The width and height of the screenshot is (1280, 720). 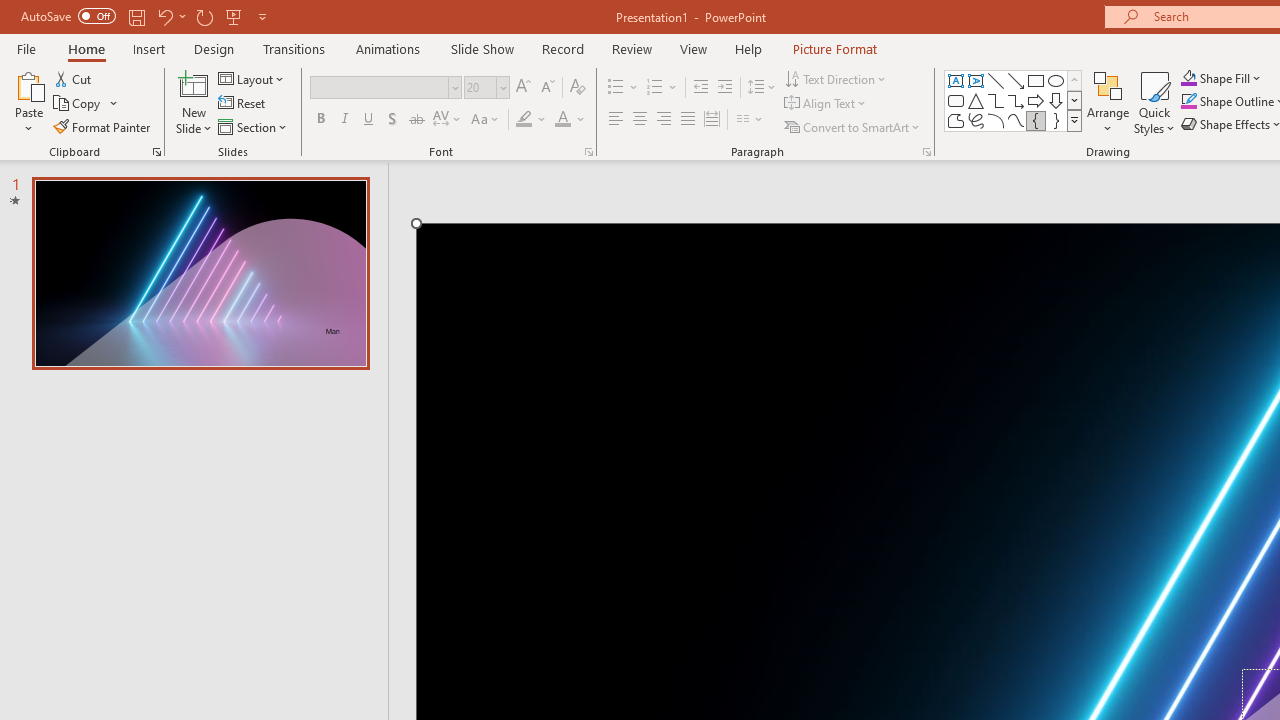 I want to click on 'Picture Format', so click(x=835, y=48).